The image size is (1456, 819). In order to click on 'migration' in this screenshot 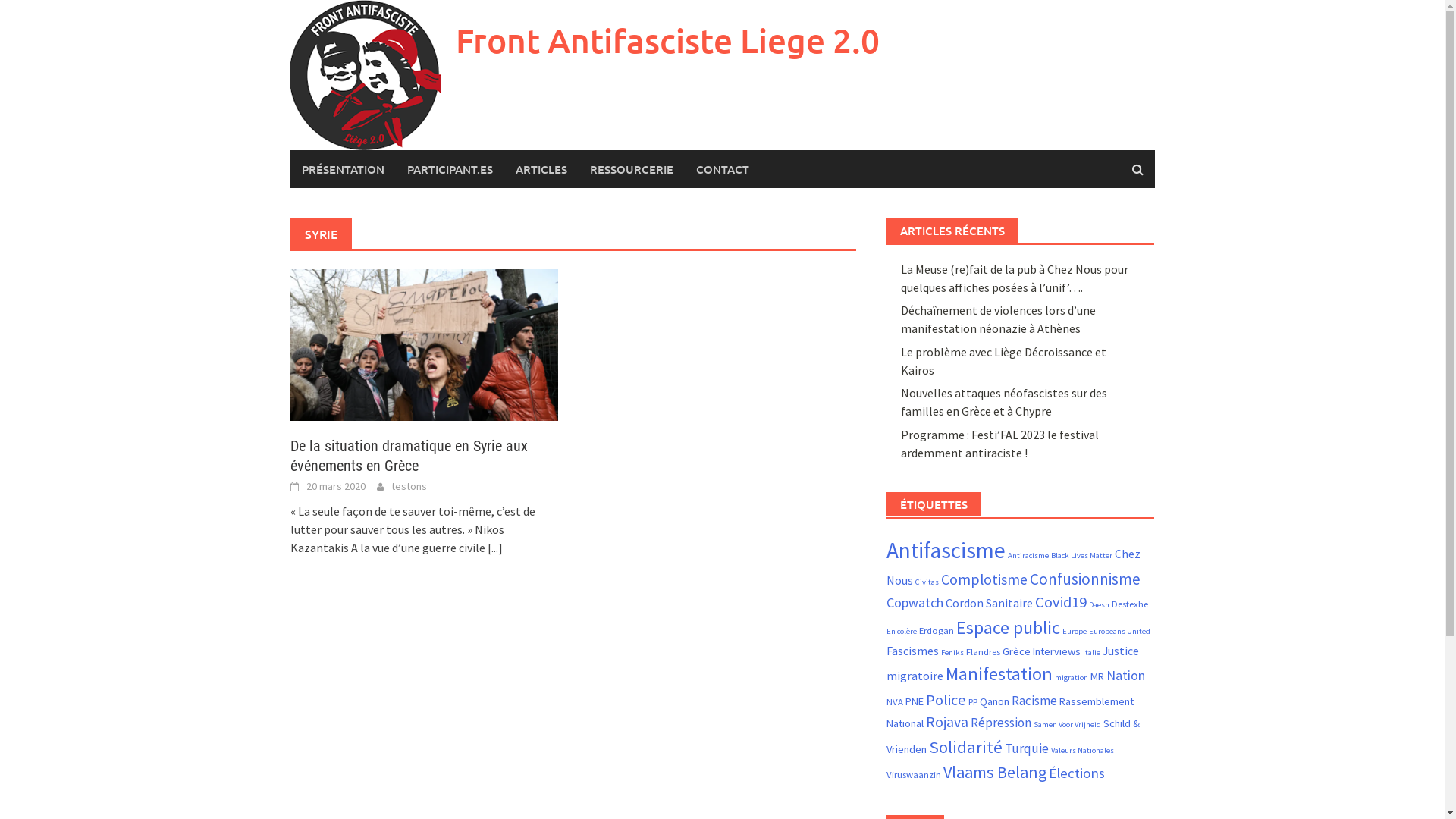, I will do `click(1070, 676)`.